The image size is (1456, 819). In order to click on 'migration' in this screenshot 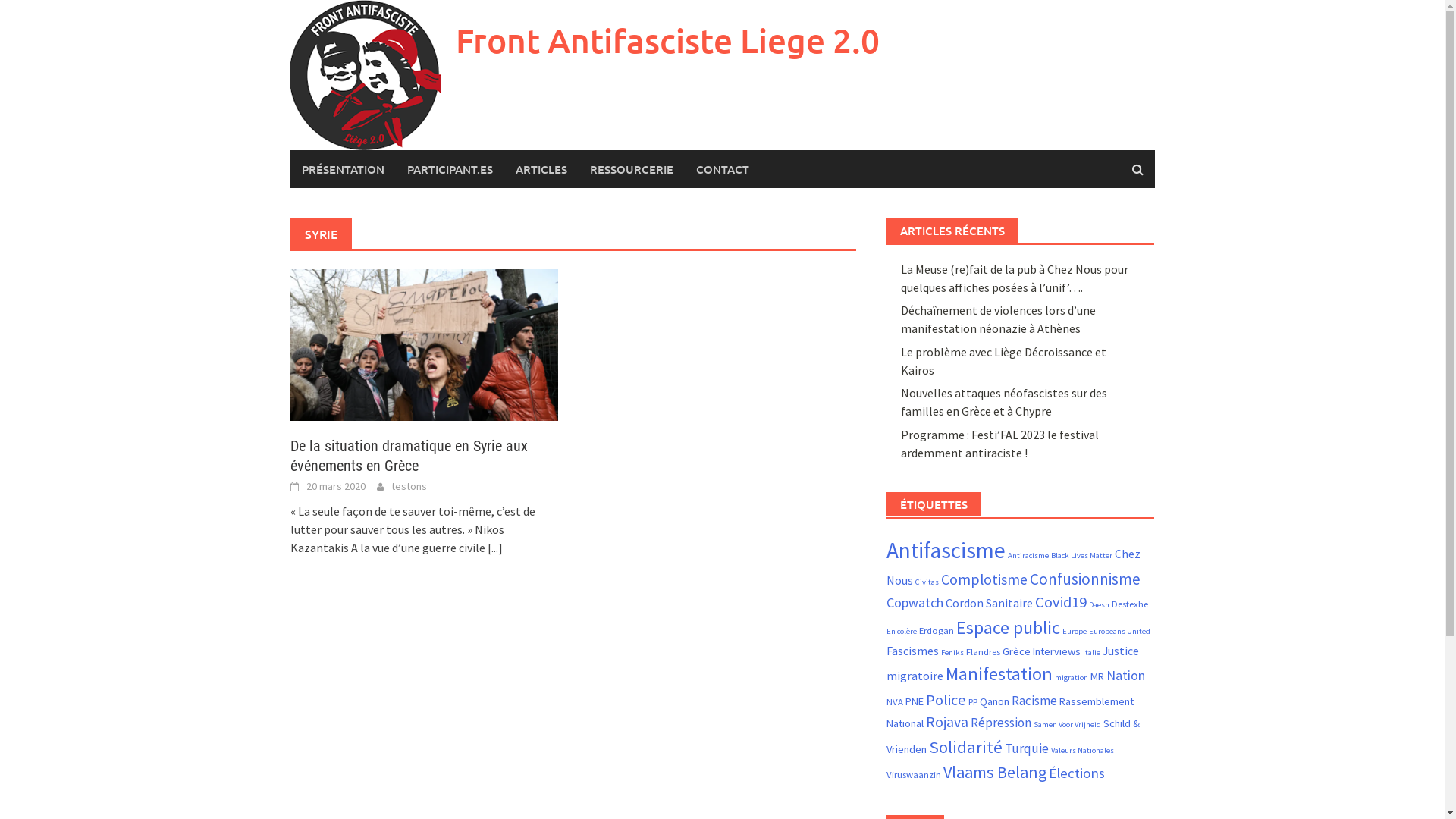, I will do `click(1070, 676)`.